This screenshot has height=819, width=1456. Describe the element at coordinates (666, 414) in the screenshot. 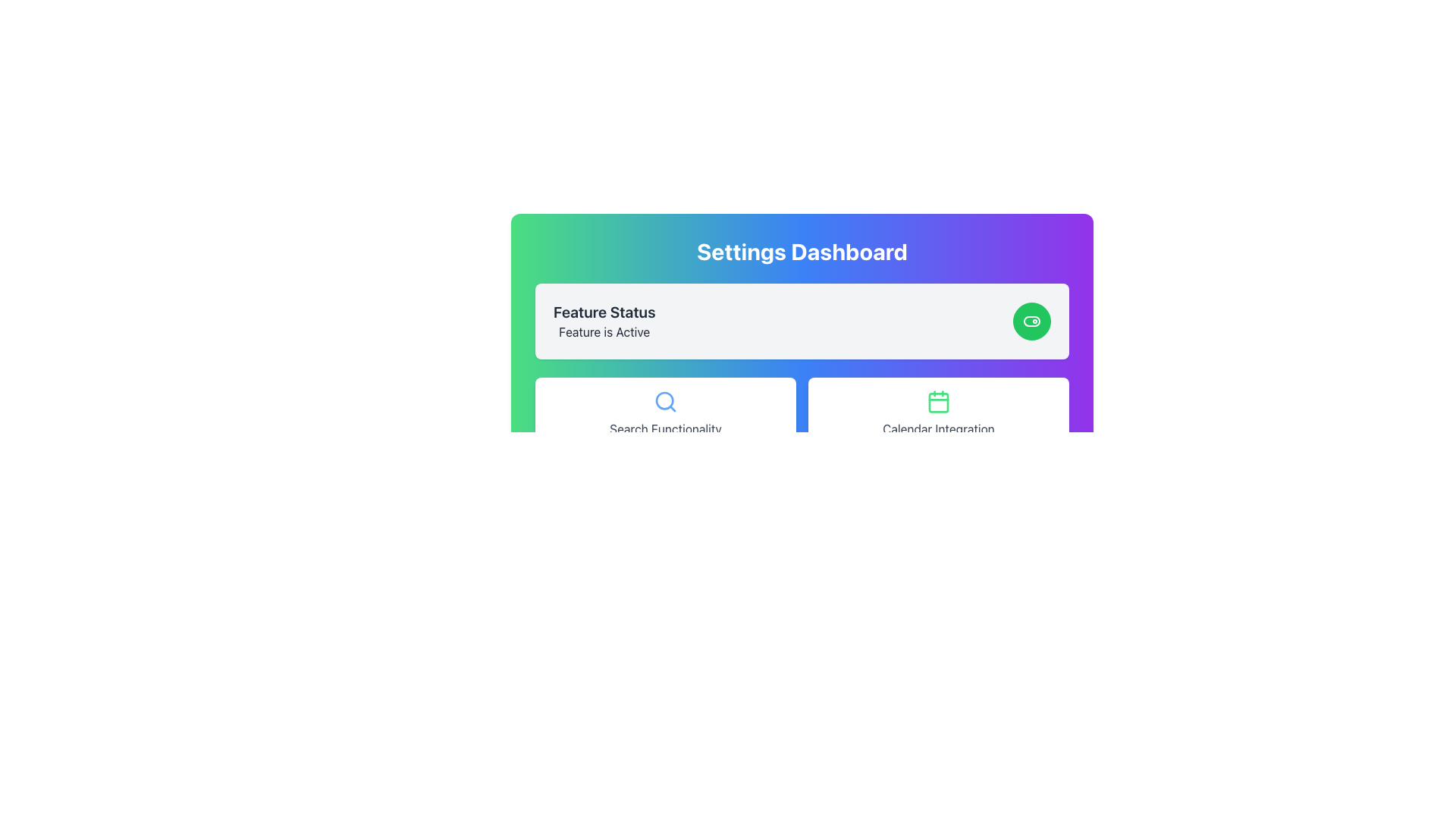

I see `the search card located to the left of the 'Calendar Integration' card within the 'Settings Dashboard'` at that location.